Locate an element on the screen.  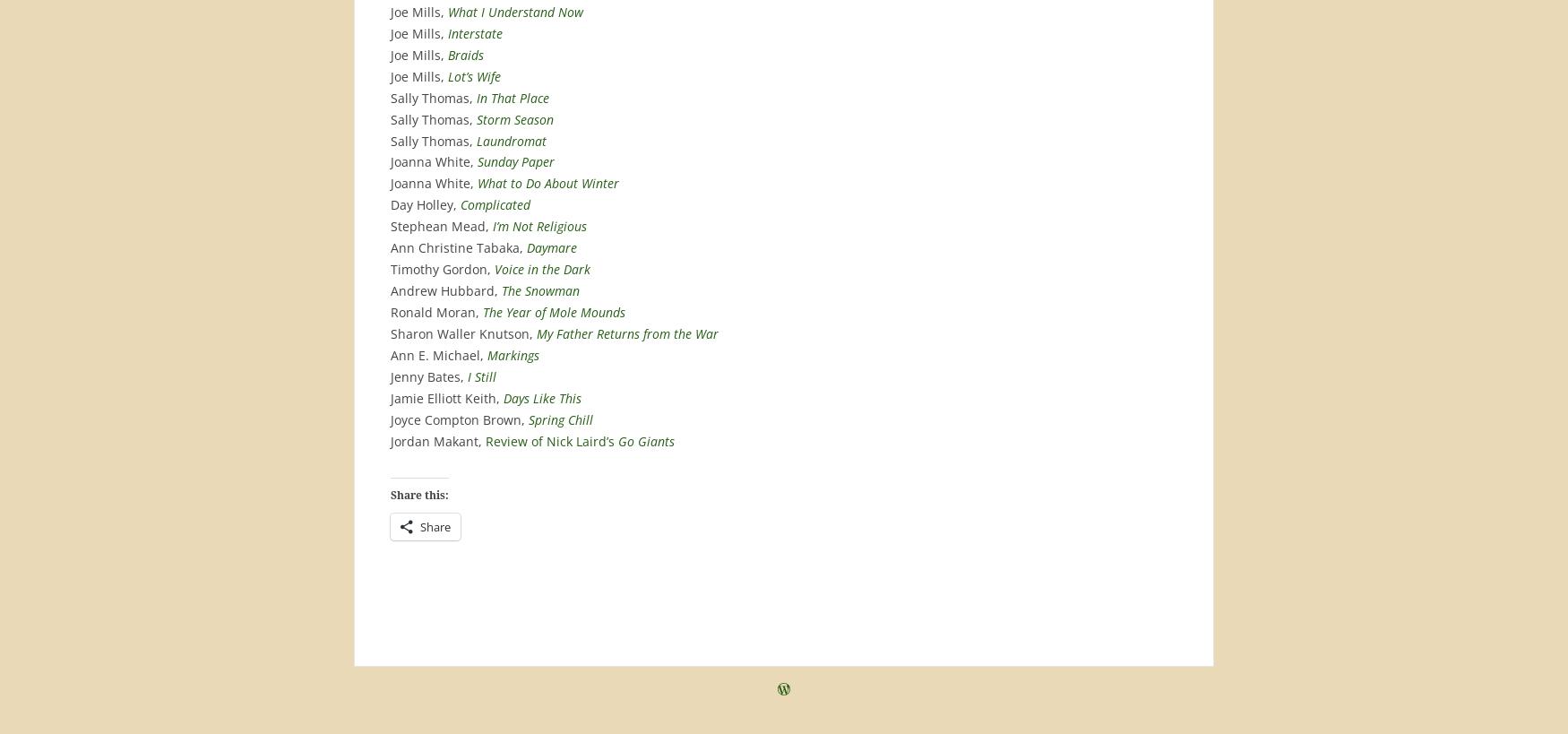
'Laundromat' is located at coordinates (512, 139).